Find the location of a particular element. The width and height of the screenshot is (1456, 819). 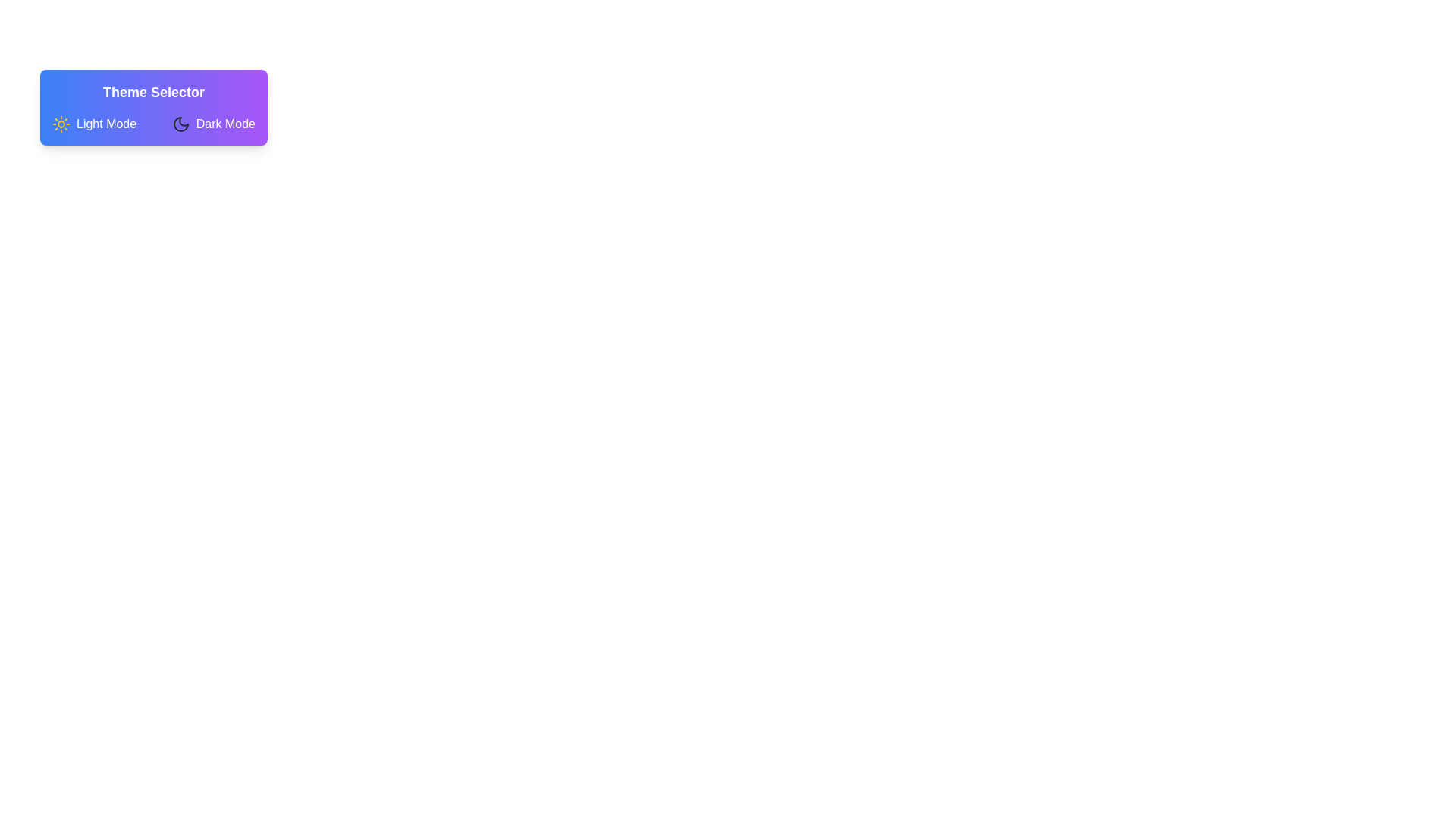

'Light Mode' label with the sun icon to understand its meaning is located at coordinates (93, 124).